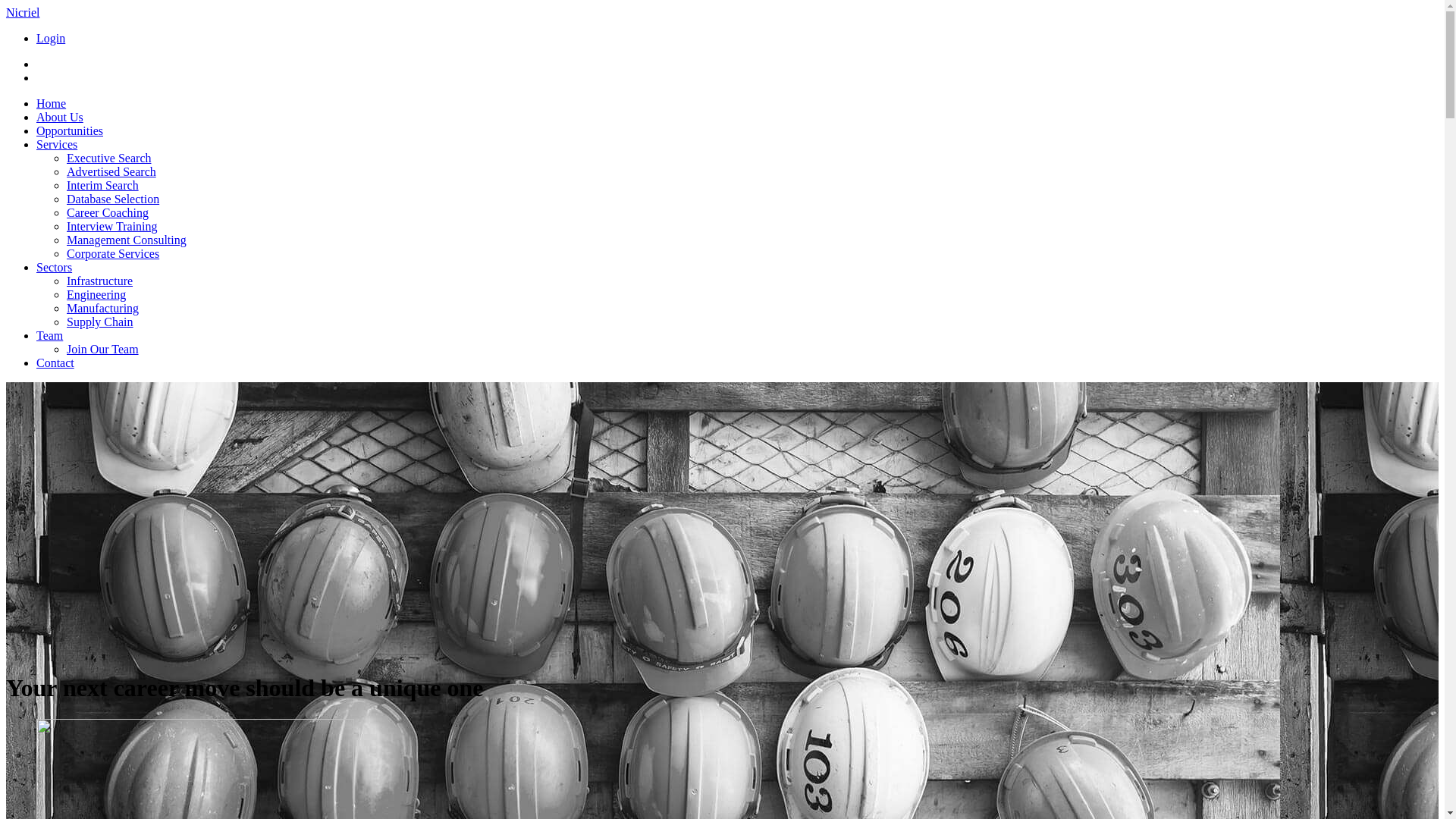  What do you see at coordinates (127, 239) in the screenshot?
I see `'Management Consulting'` at bounding box center [127, 239].